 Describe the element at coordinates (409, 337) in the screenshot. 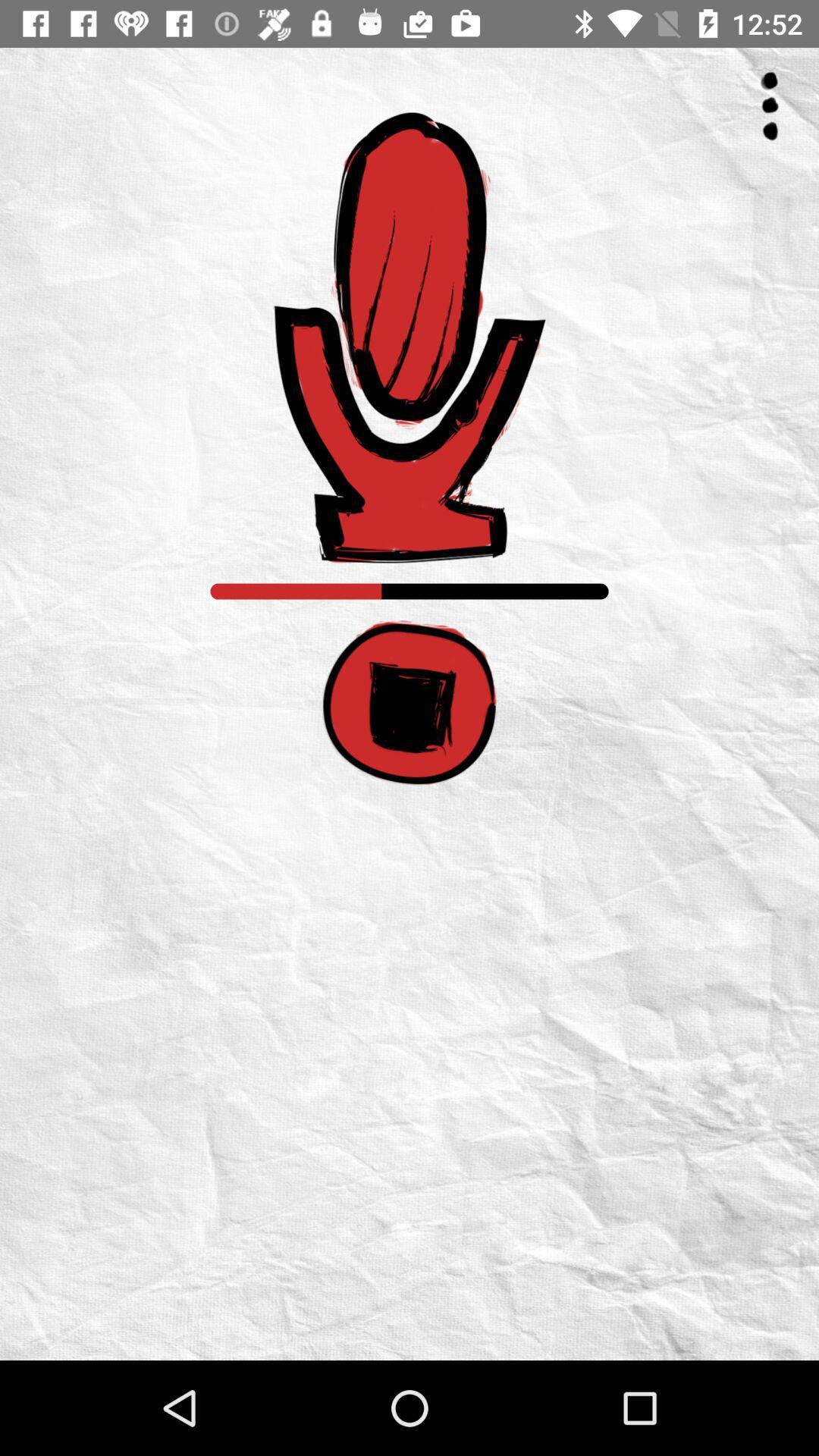

I see `image logo` at that location.